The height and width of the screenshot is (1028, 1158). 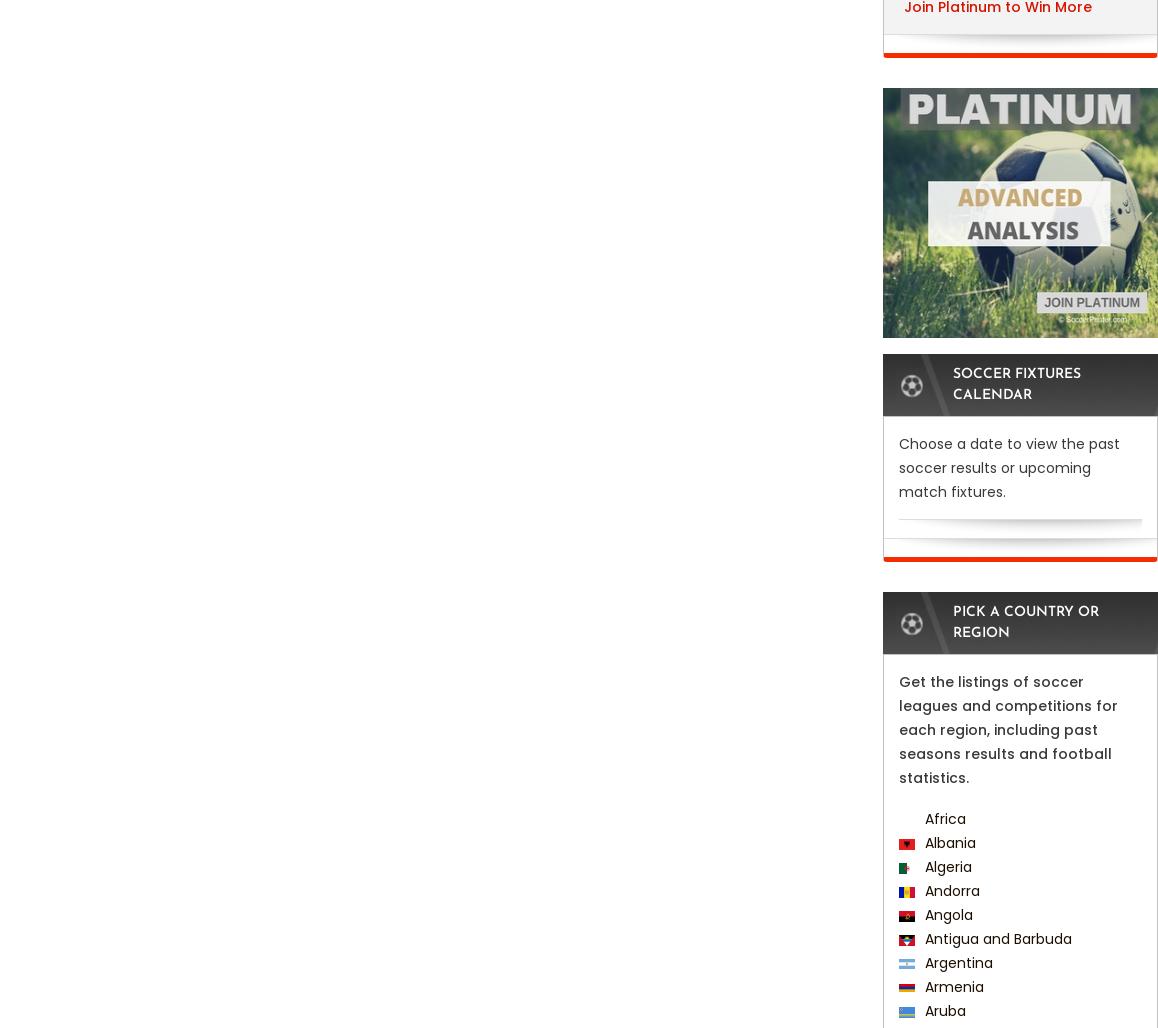 I want to click on 'Africa', so click(x=941, y=819).